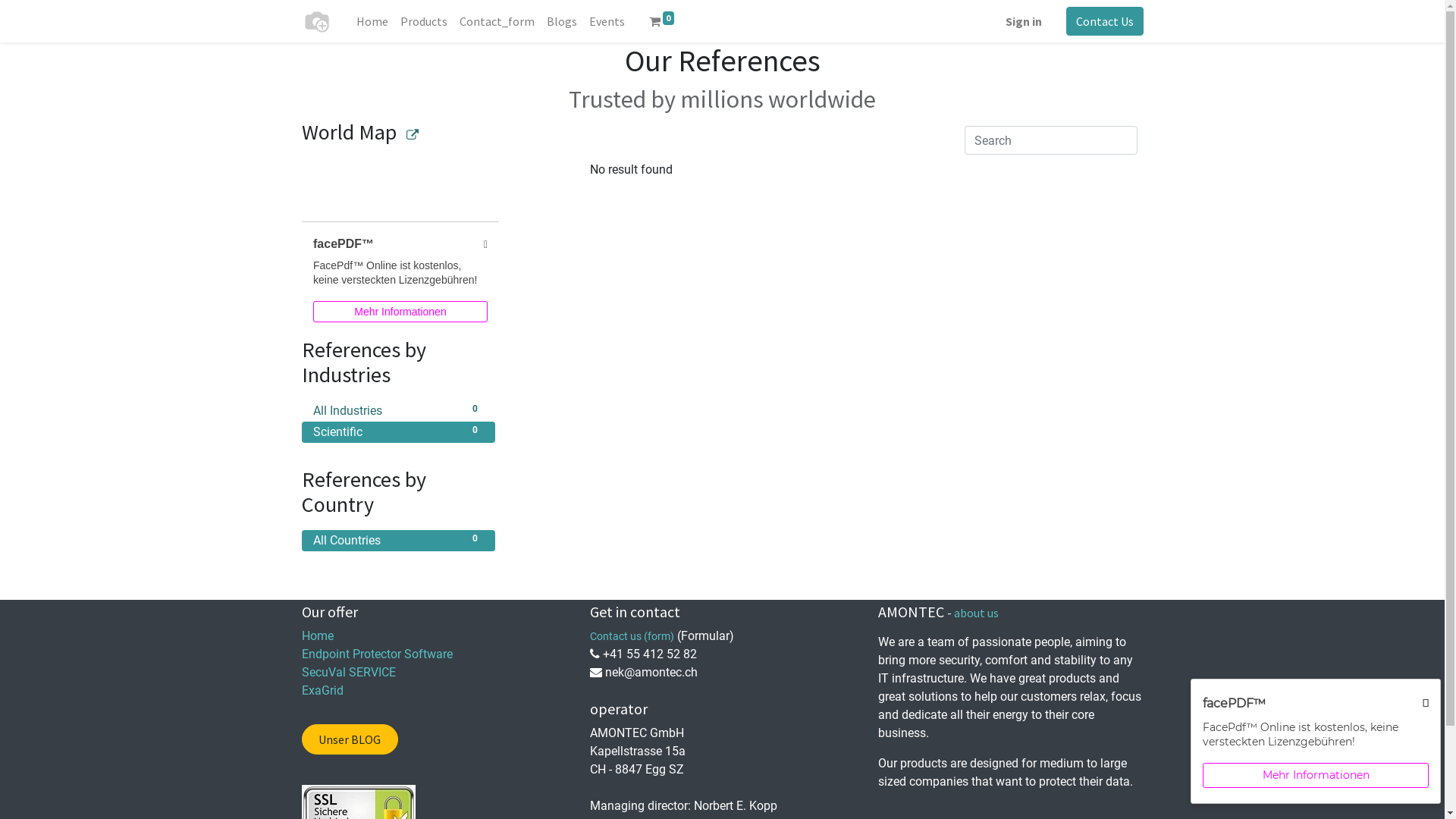 The width and height of the screenshot is (1456, 819). What do you see at coordinates (423, 20) in the screenshot?
I see `'Products'` at bounding box center [423, 20].